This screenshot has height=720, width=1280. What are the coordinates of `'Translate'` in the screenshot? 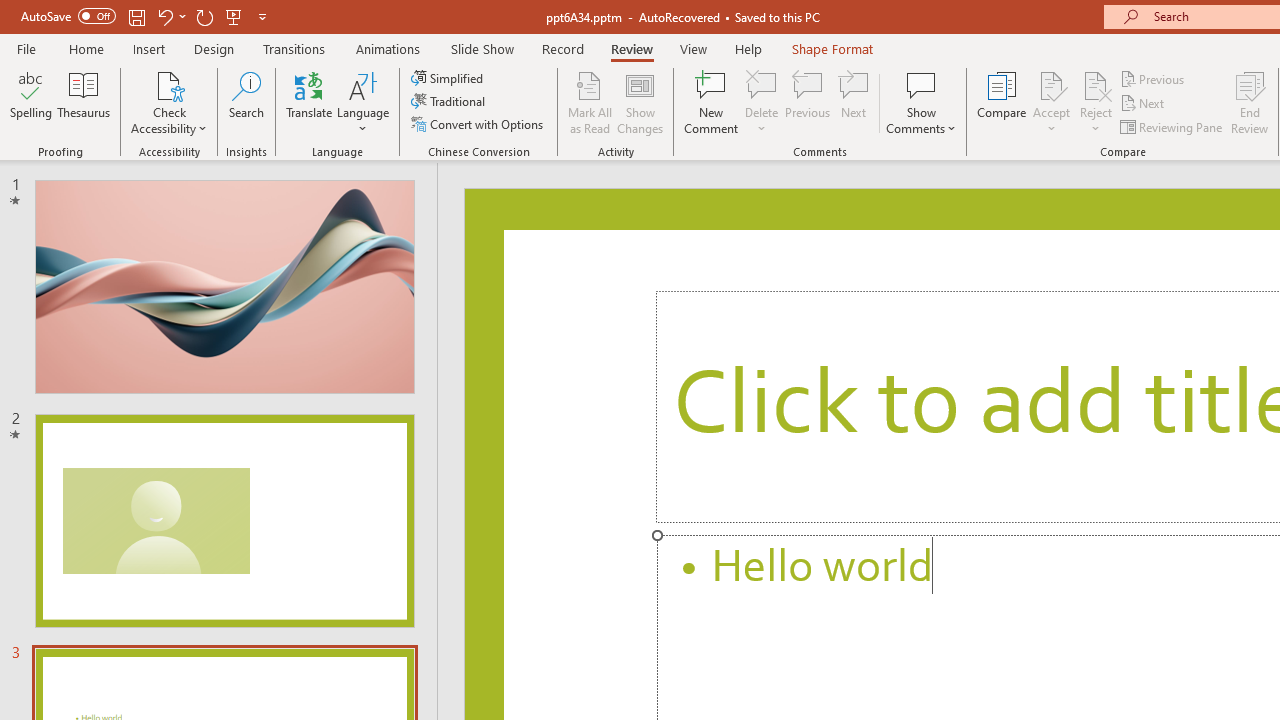 It's located at (308, 103).